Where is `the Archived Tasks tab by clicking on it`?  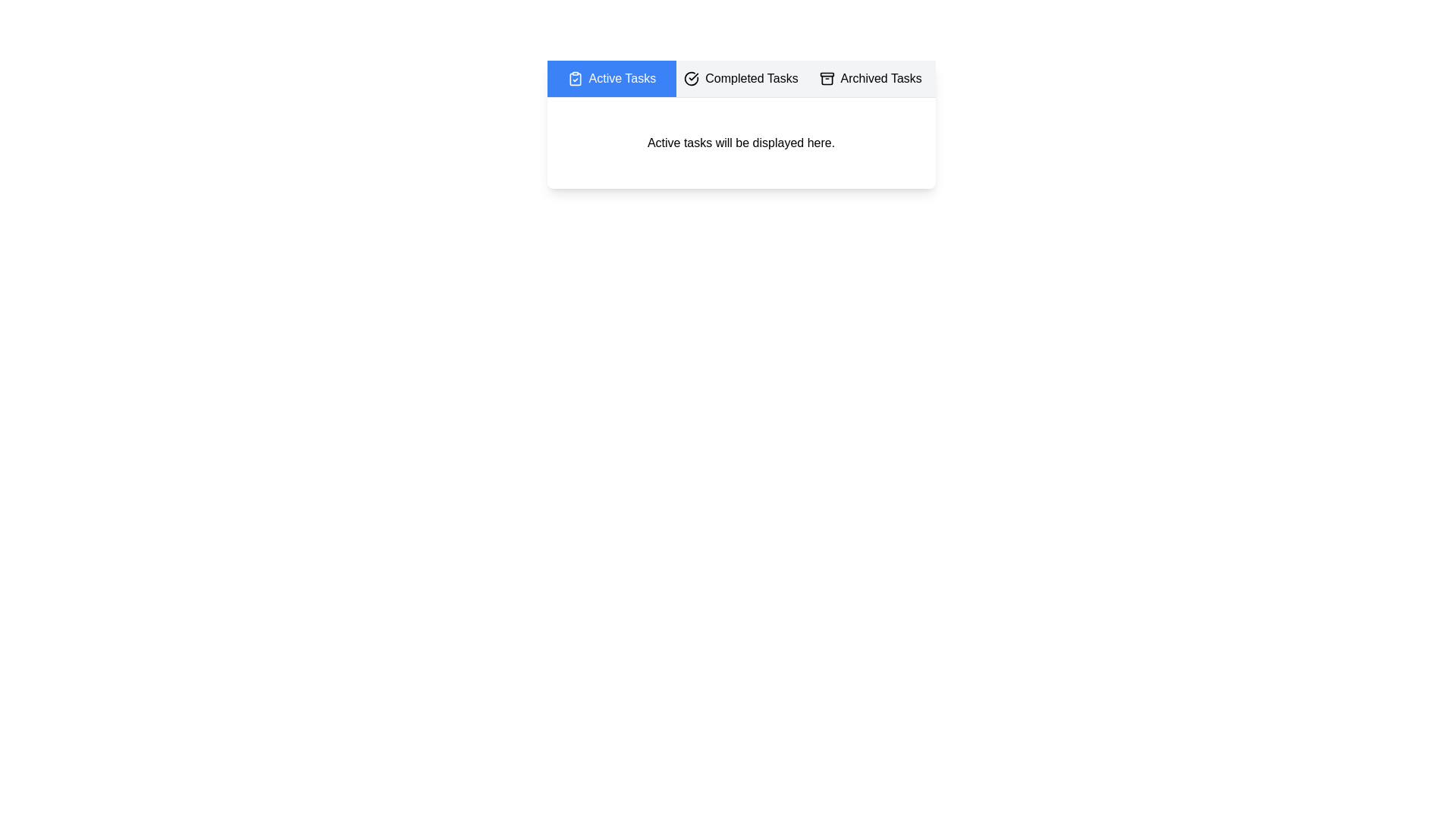 the Archived Tasks tab by clicking on it is located at coordinates (871, 79).